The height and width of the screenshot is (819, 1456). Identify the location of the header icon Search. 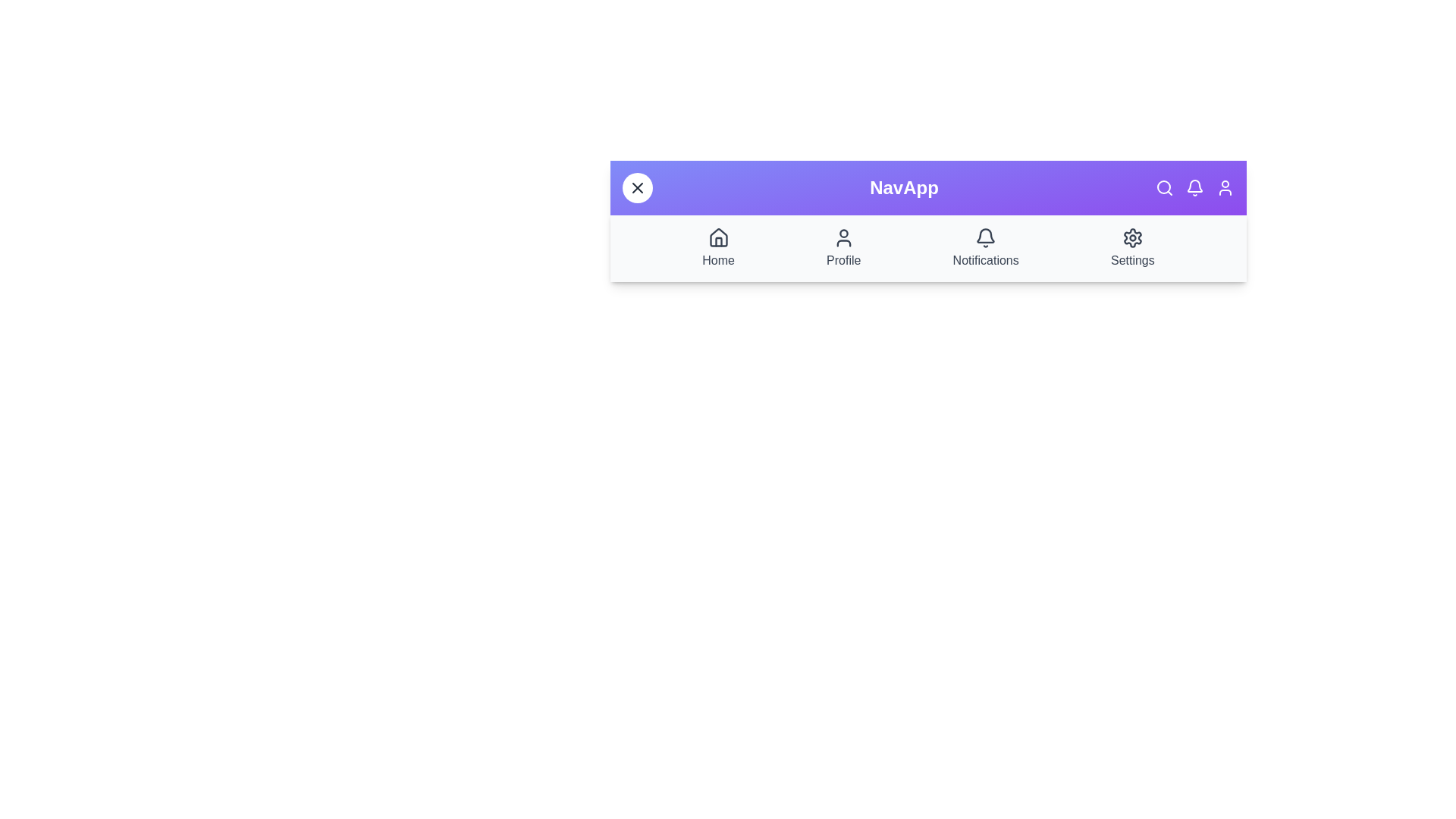
(1164, 187).